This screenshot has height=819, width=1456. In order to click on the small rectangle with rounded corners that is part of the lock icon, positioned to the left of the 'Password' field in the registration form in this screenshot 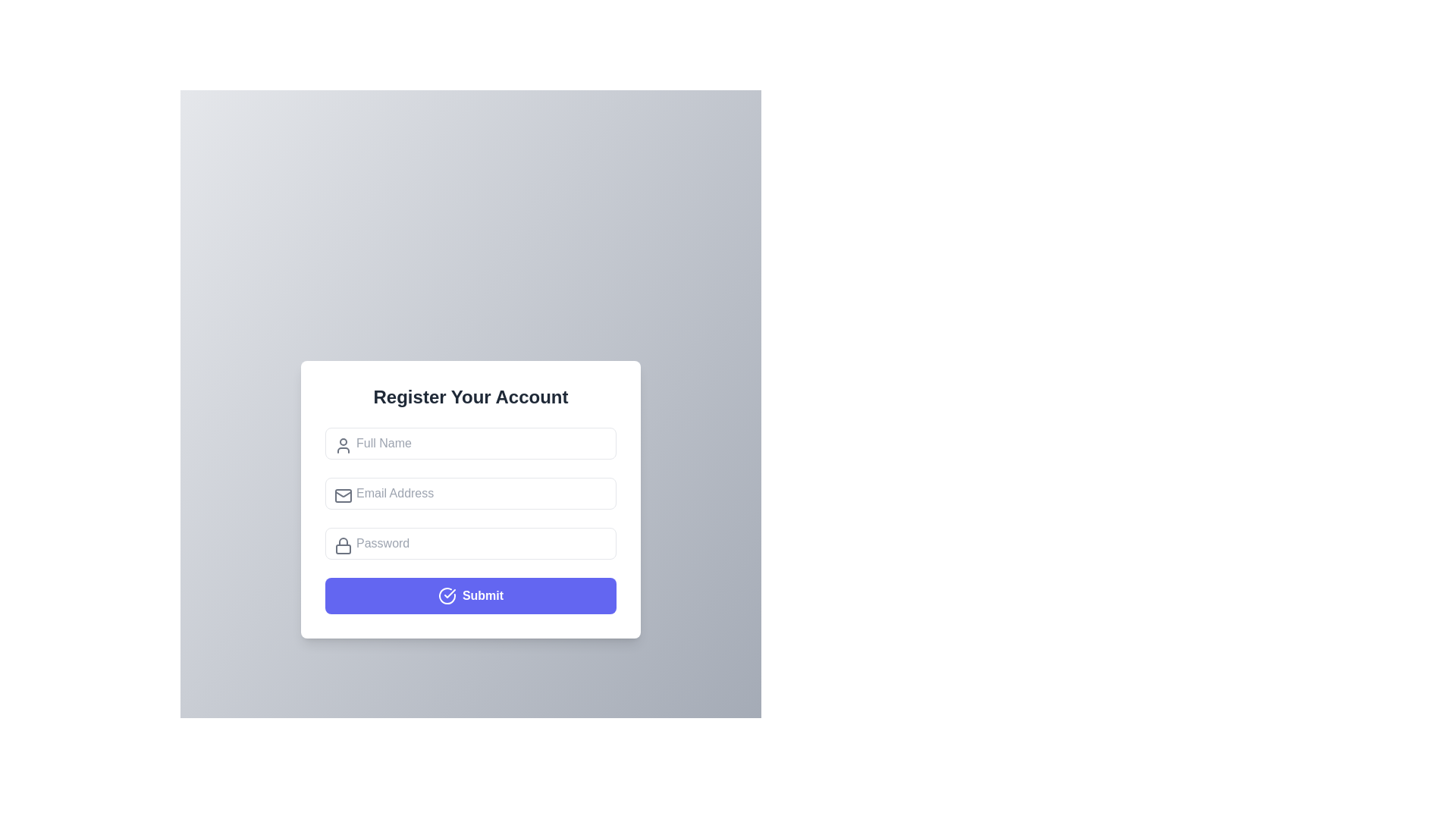, I will do `click(342, 549)`.